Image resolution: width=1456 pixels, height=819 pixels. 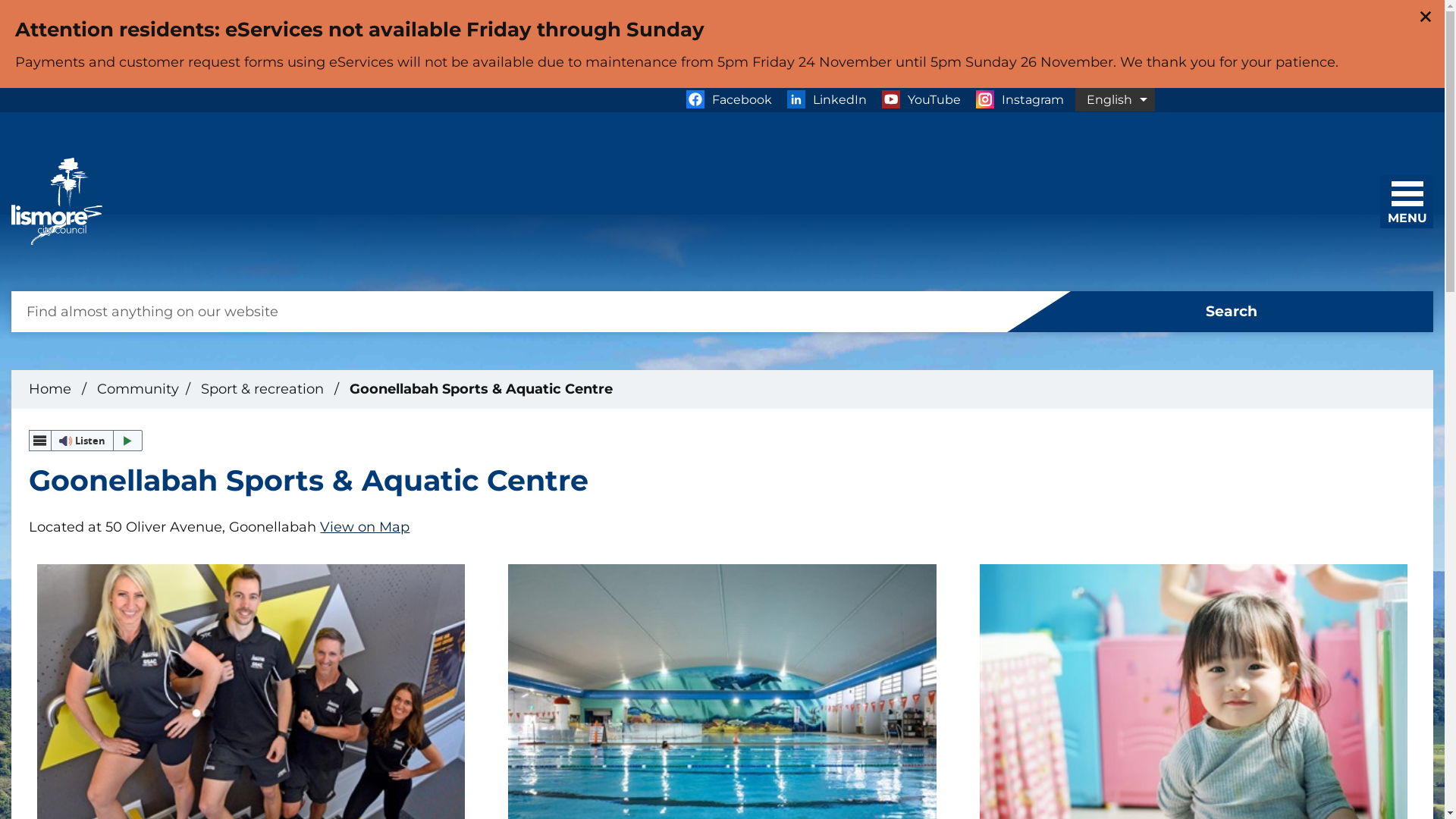 What do you see at coordinates (1074, 99) in the screenshot?
I see `'Your current preferred language is` at bounding box center [1074, 99].